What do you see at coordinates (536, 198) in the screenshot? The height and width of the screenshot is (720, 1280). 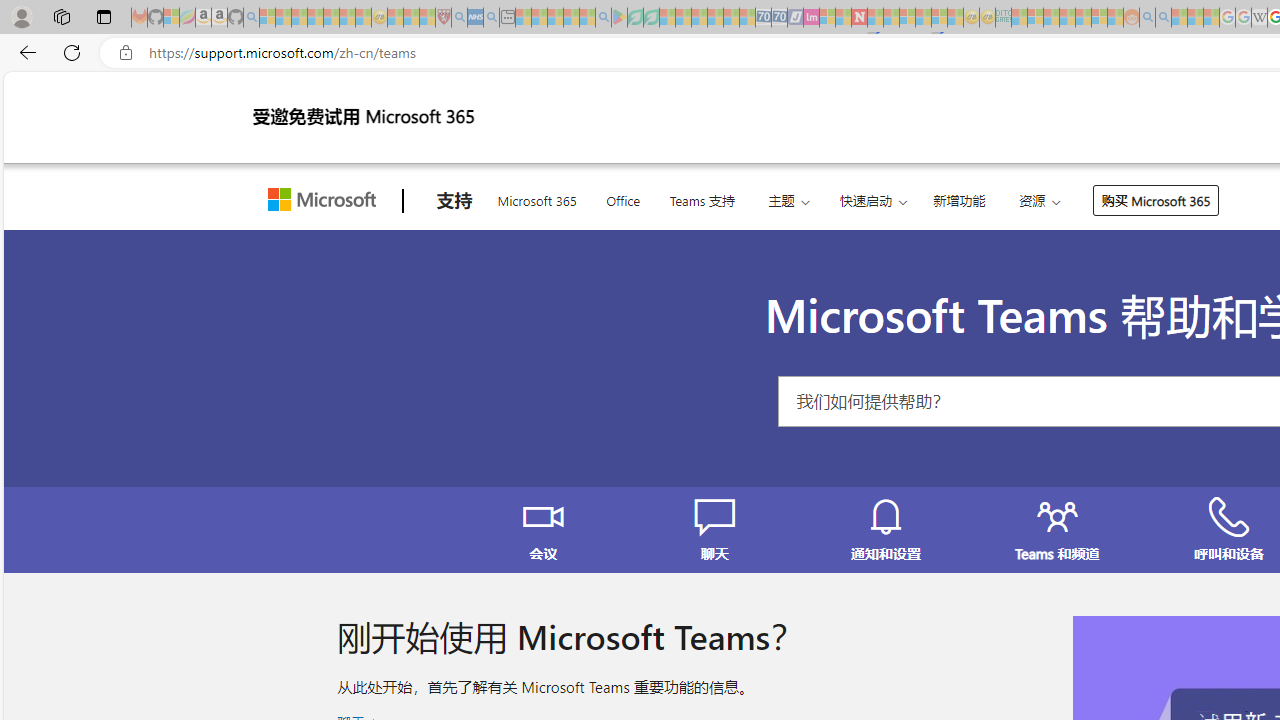 I see `'Microsoft 365'` at bounding box center [536, 198].